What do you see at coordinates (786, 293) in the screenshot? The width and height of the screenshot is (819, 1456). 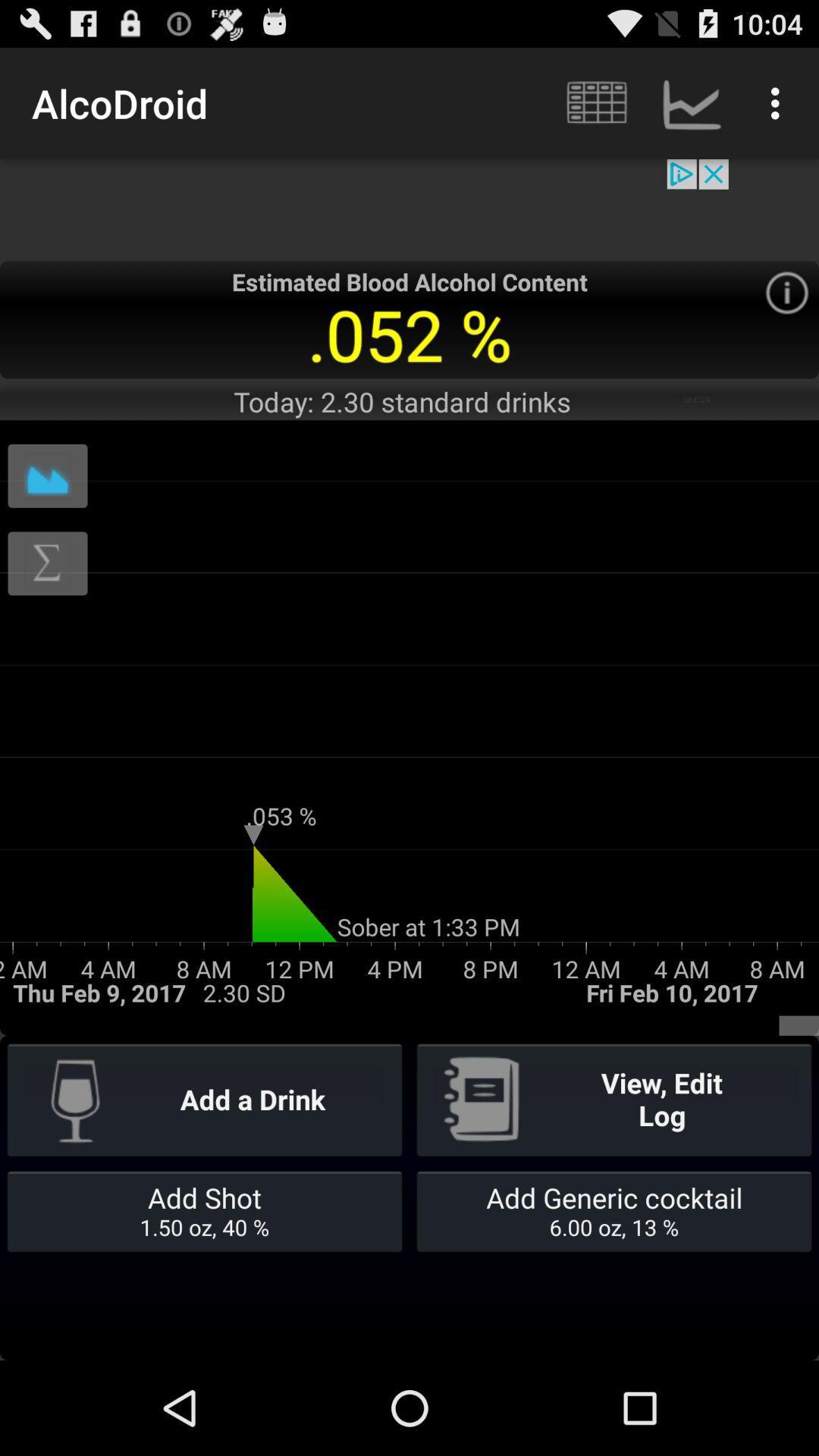 I see `a select option` at bounding box center [786, 293].